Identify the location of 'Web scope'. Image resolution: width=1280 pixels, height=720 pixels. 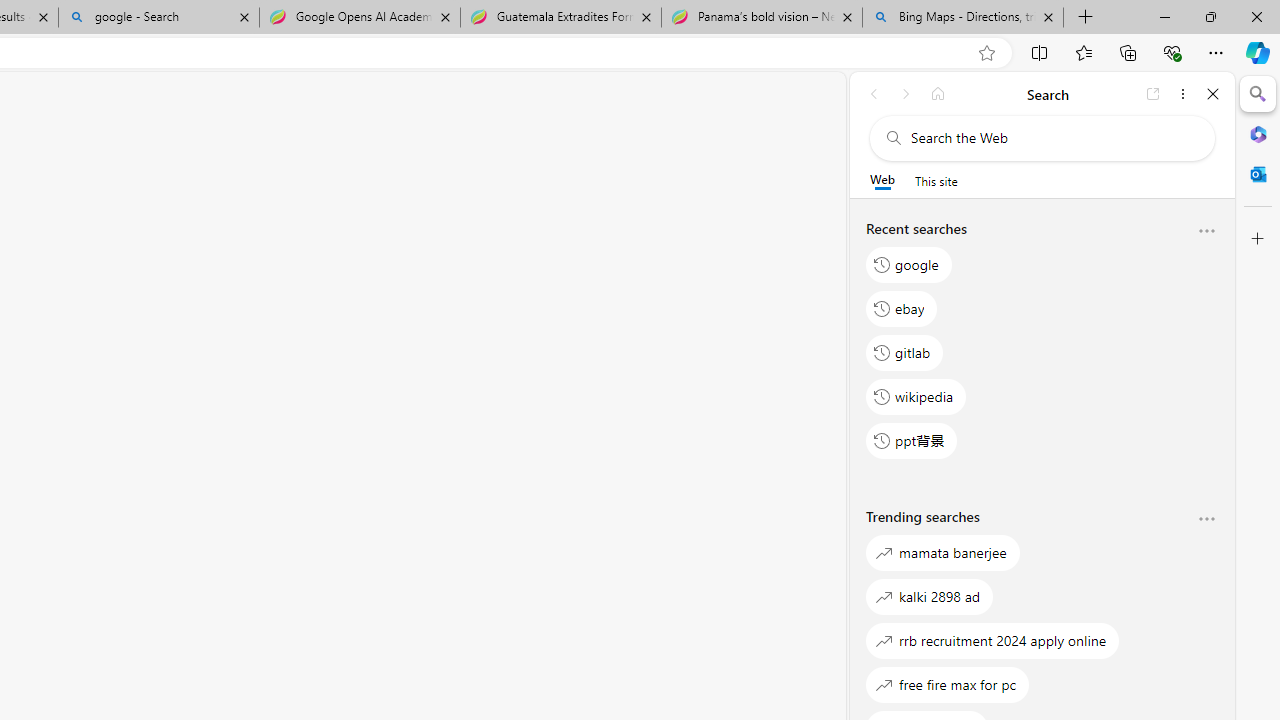
(881, 180).